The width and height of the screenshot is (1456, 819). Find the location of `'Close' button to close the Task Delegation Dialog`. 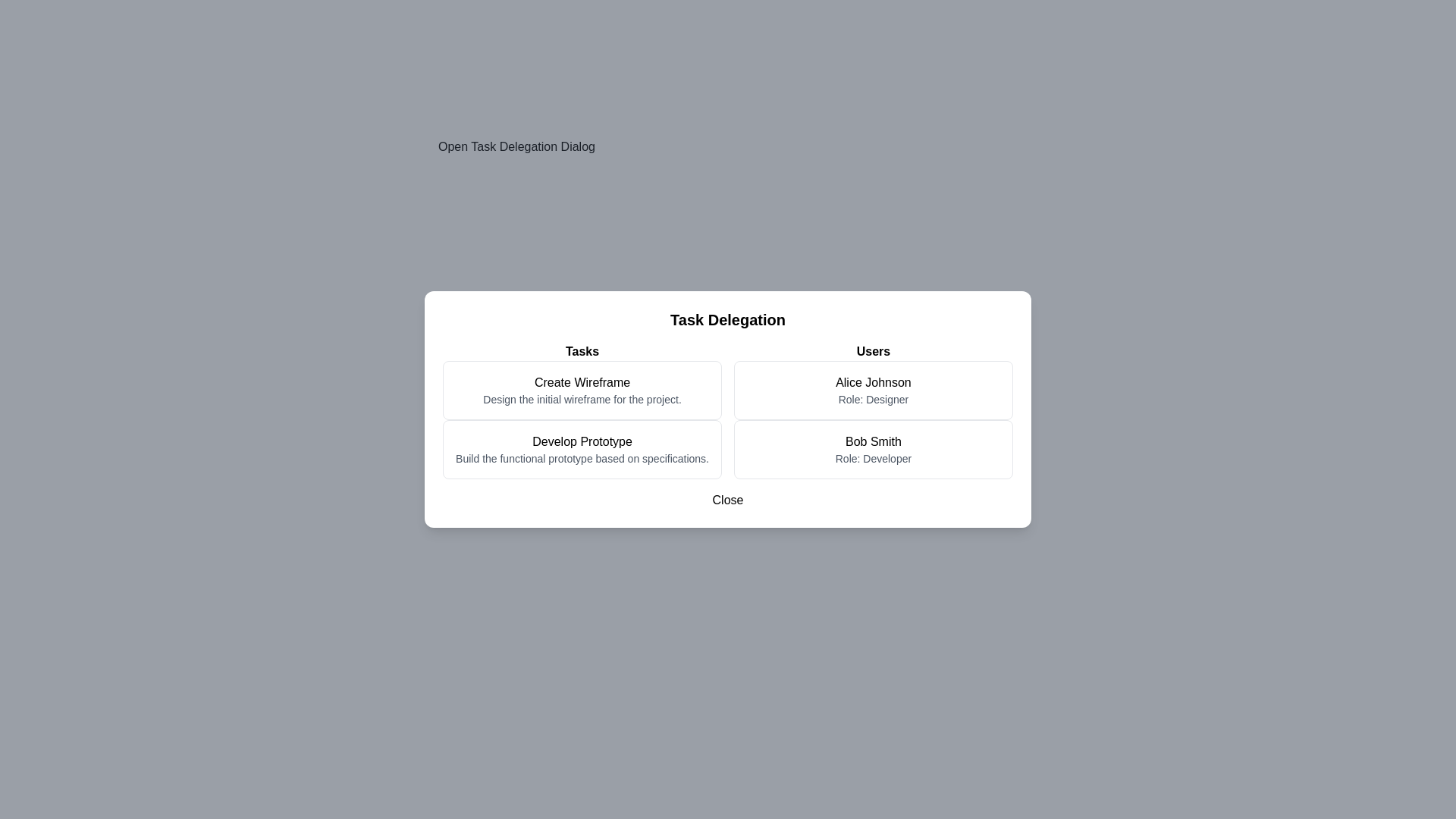

'Close' button to close the Task Delegation Dialog is located at coordinates (728, 500).